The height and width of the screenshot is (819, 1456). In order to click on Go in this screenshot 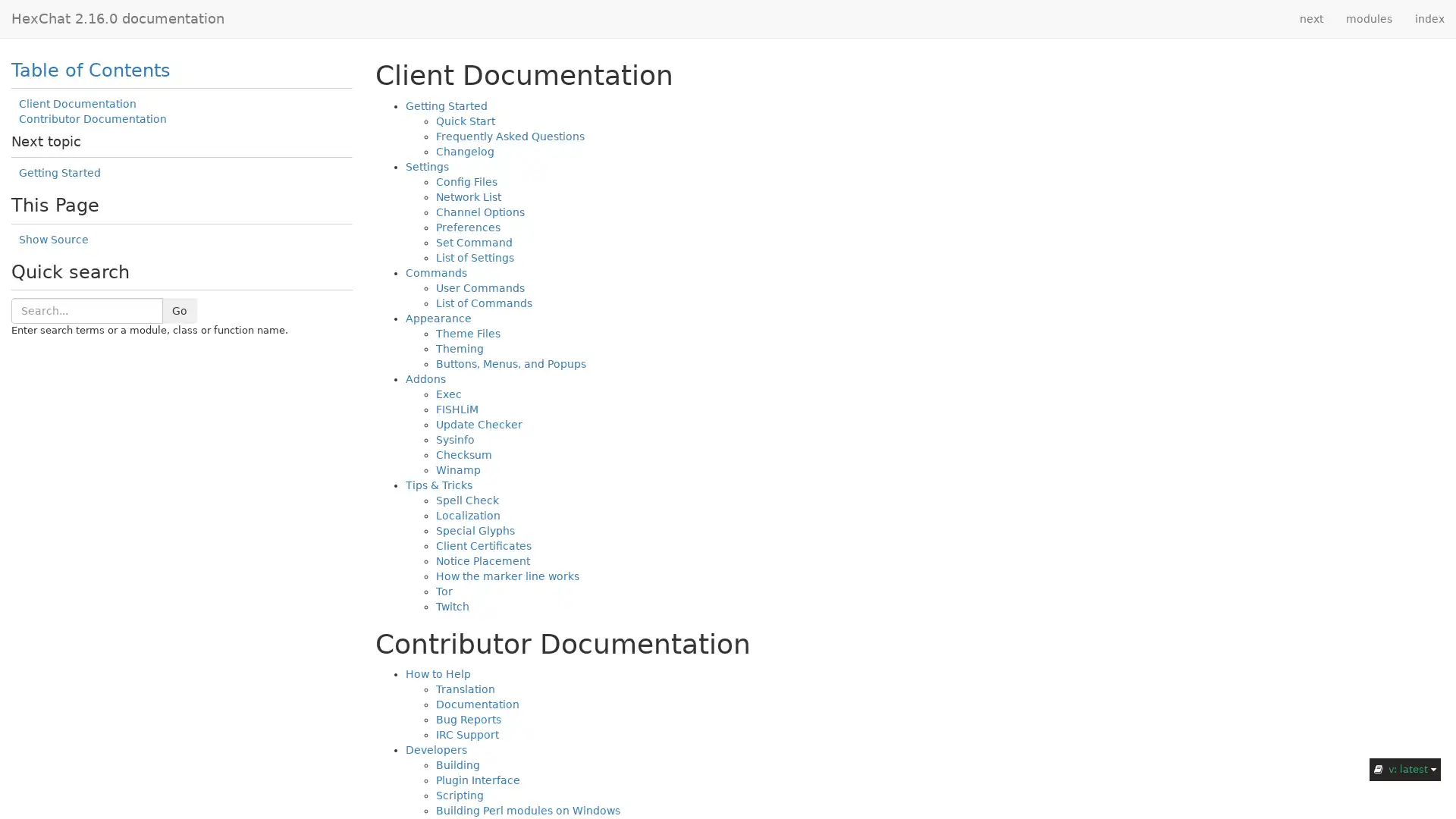, I will do `click(179, 309)`.